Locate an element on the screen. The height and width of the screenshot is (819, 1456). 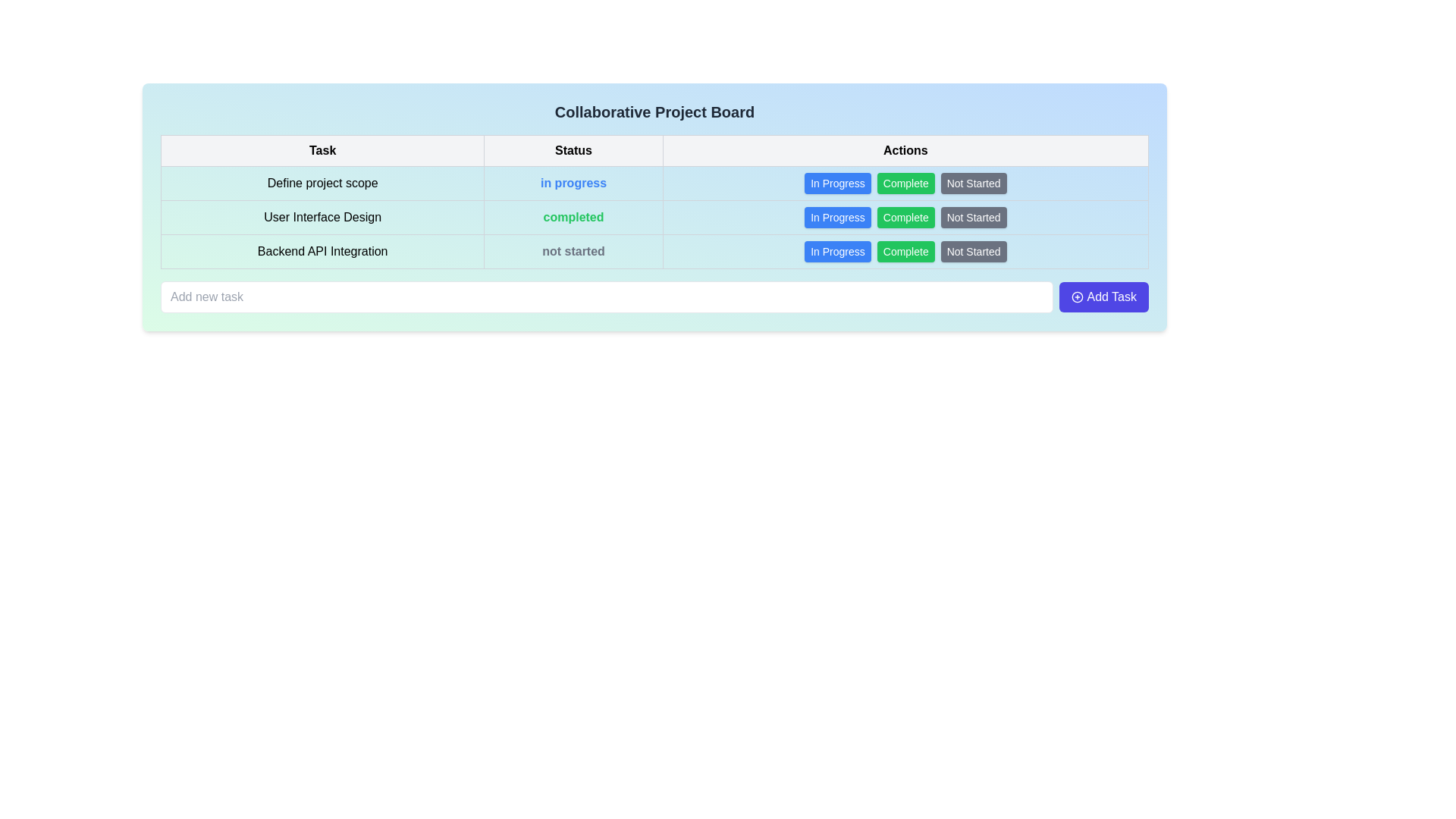
the third button under the 'Actions' column in the task status table to set the task status to 'Not Started' is located at coordinates (974, 217).